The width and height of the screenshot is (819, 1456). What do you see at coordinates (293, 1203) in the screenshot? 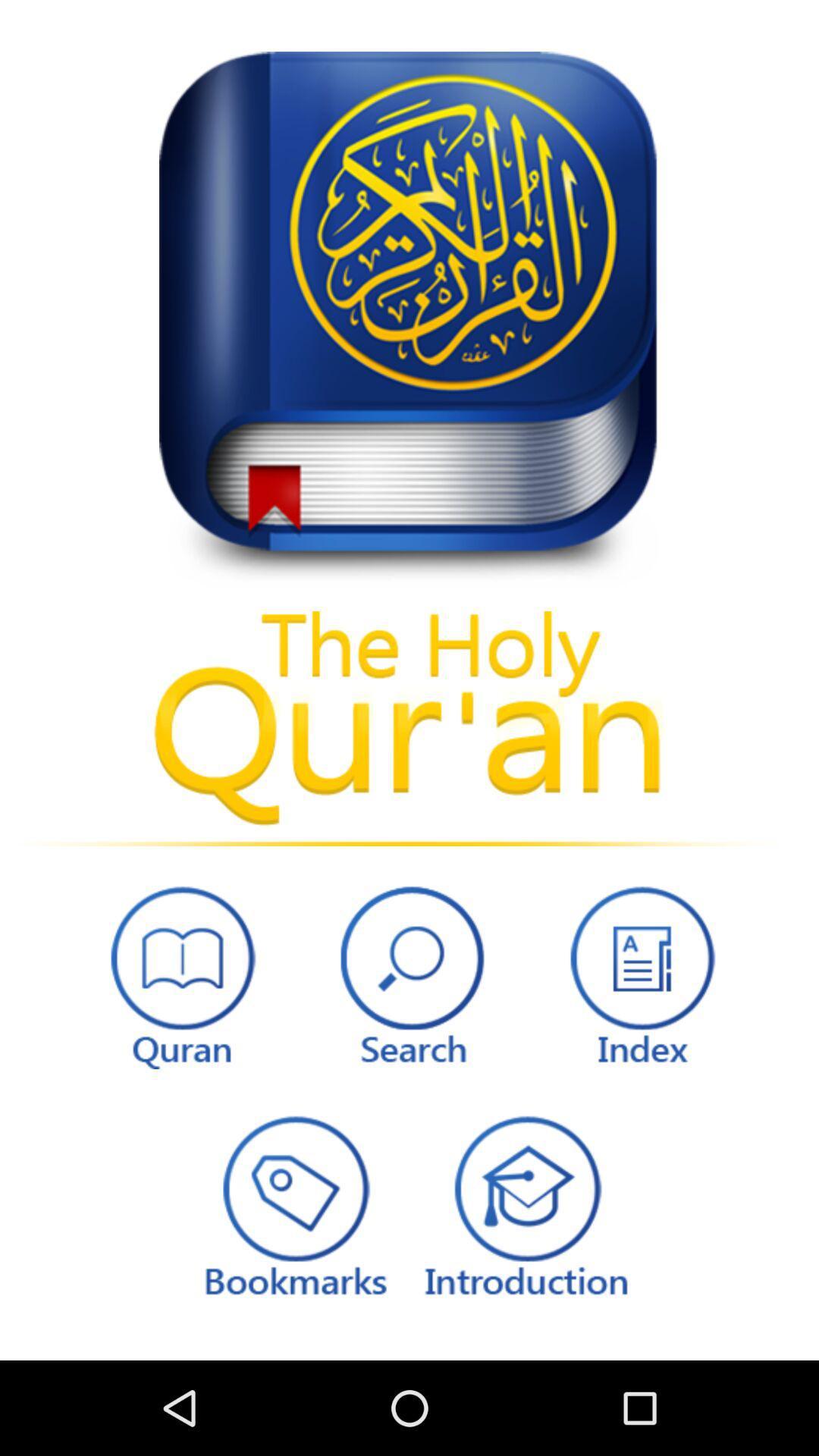
I see `books marks button` at bounding box center [293, 1203].